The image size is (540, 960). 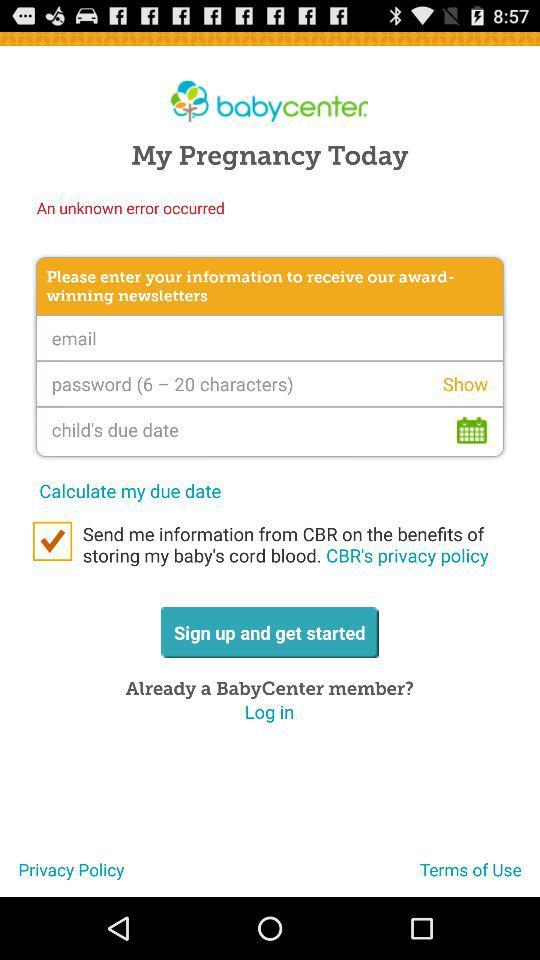 What do you see at coordinates (52, 541) in the screenshot?
I see `the icon next to send me information app` at bounding box center [52, 541].